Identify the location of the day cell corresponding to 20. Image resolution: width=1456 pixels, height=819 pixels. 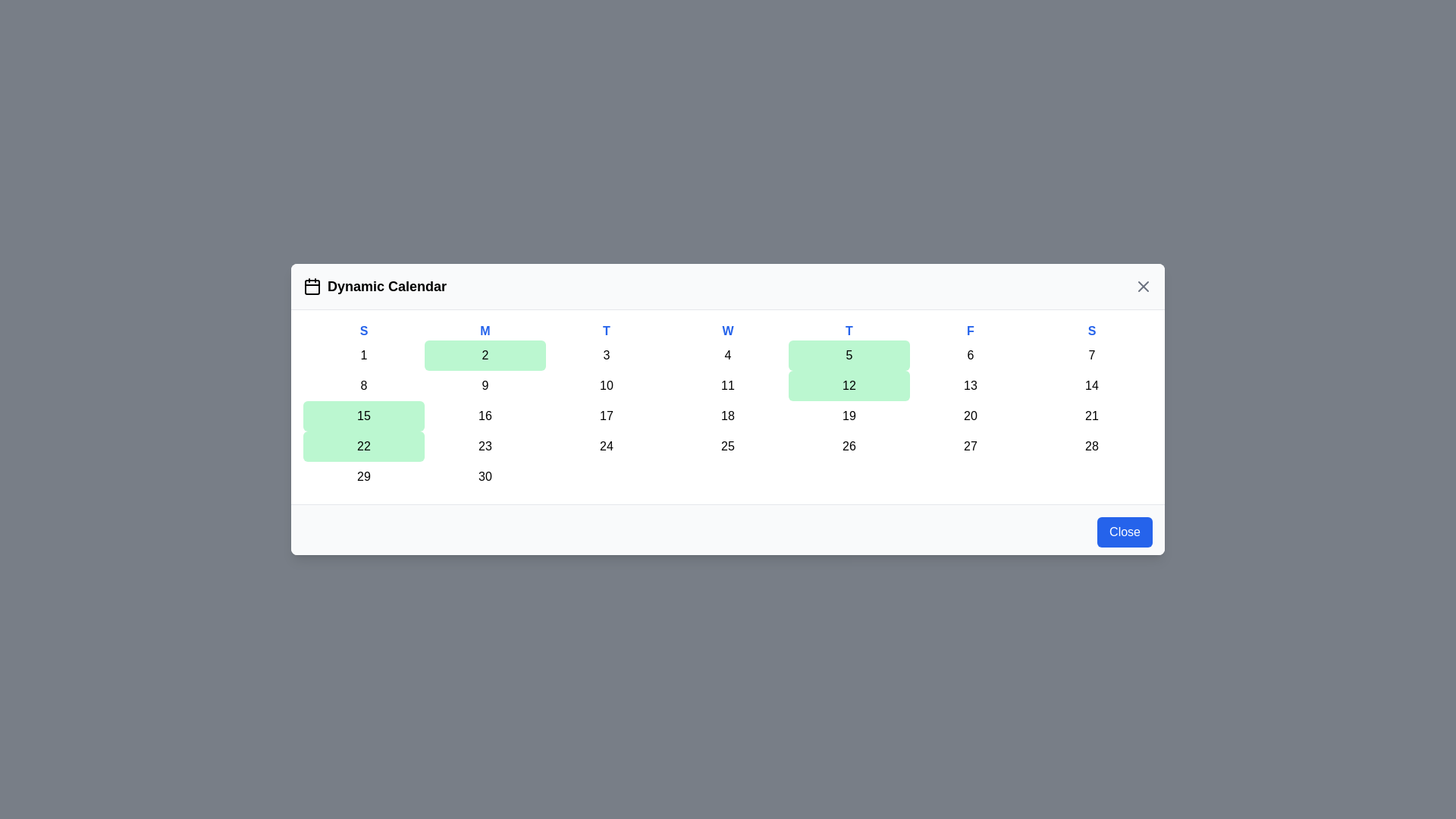
(971, 416).